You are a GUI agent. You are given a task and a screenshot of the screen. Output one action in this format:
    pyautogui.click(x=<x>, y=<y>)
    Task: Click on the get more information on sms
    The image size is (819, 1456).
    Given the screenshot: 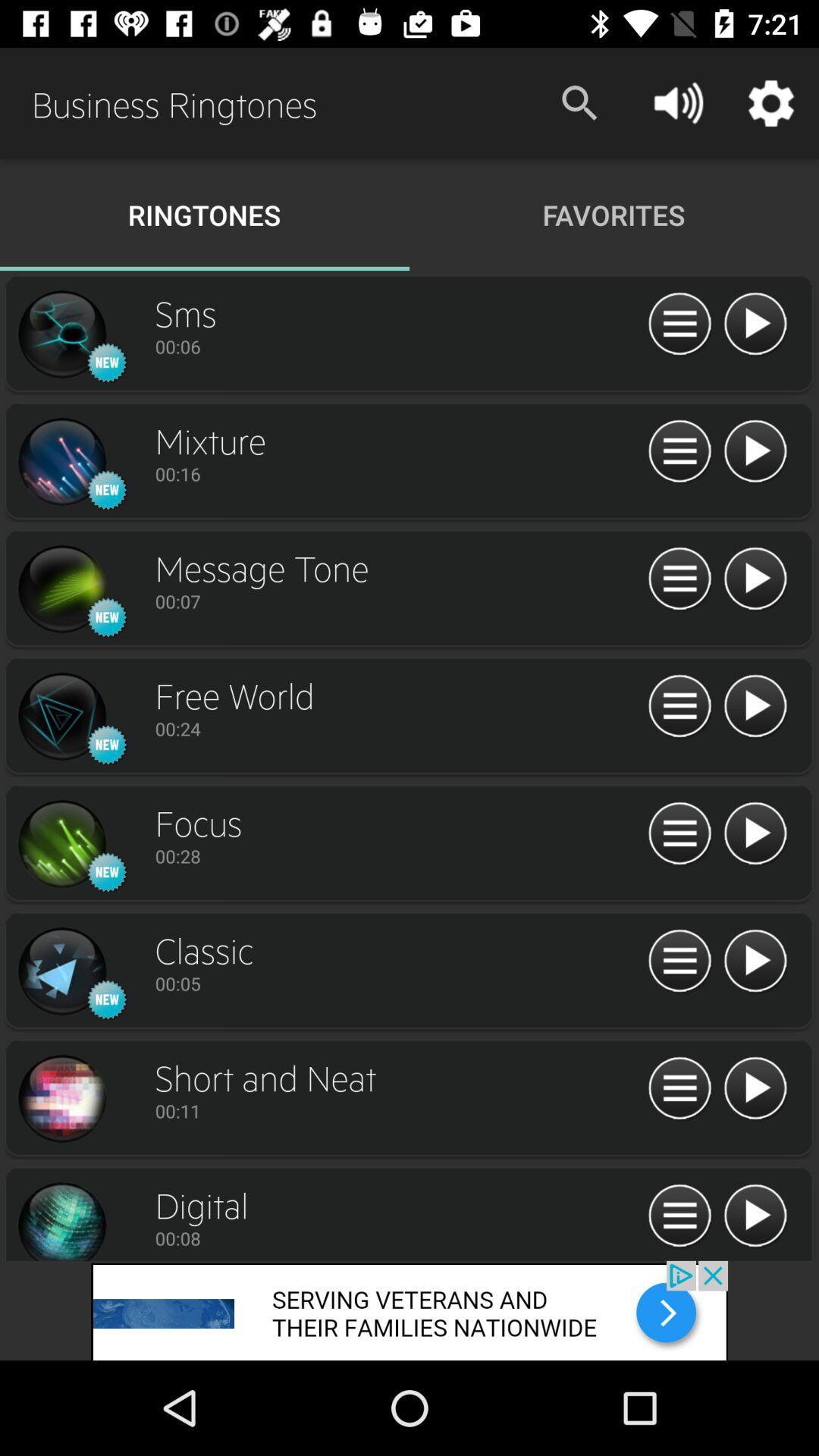 What is the action you would take?
    pyautogui.click(x=679, y=324)
    